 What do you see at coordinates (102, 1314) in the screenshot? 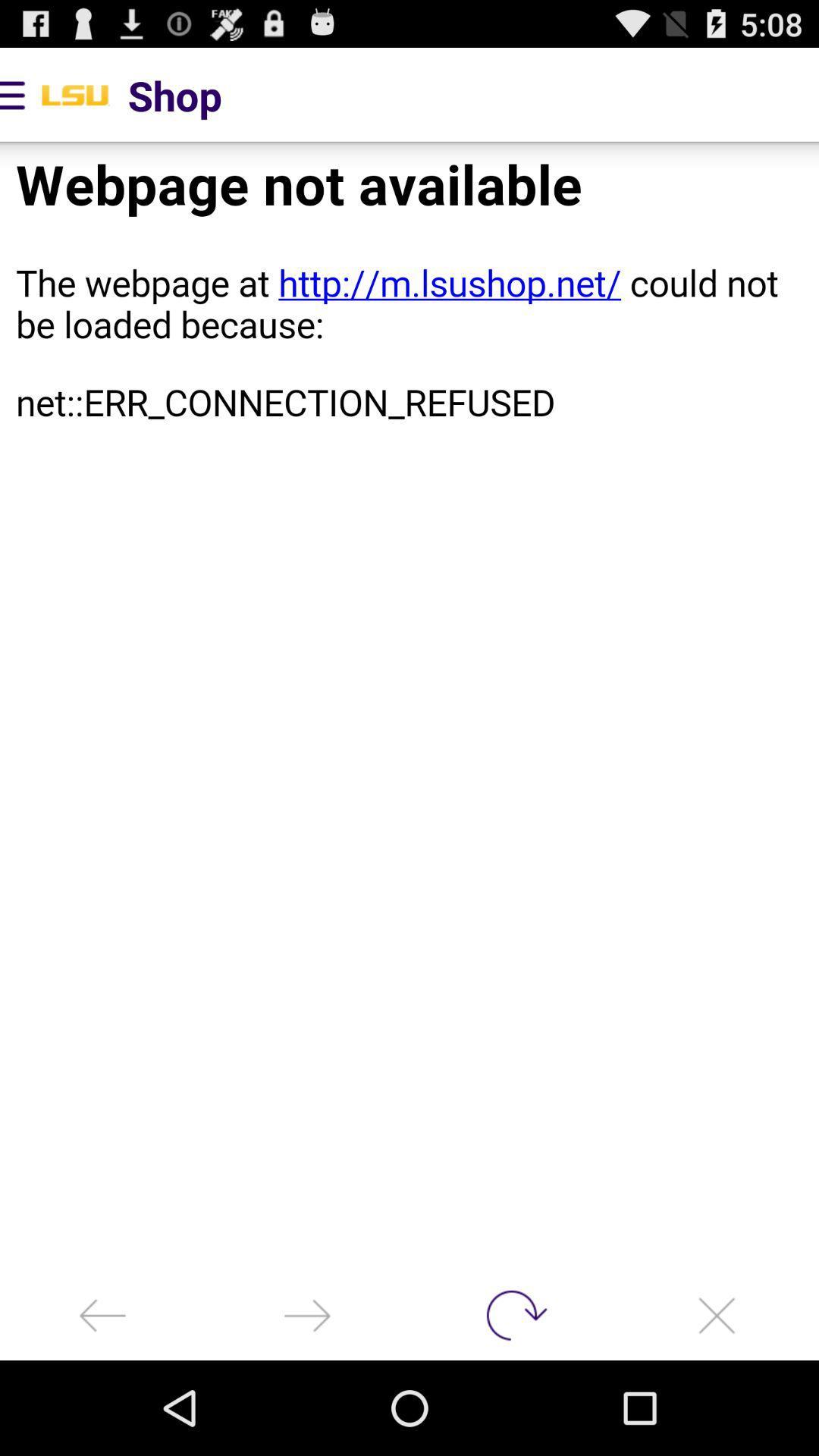
I see `go back` at bounding box center [102, 1314].